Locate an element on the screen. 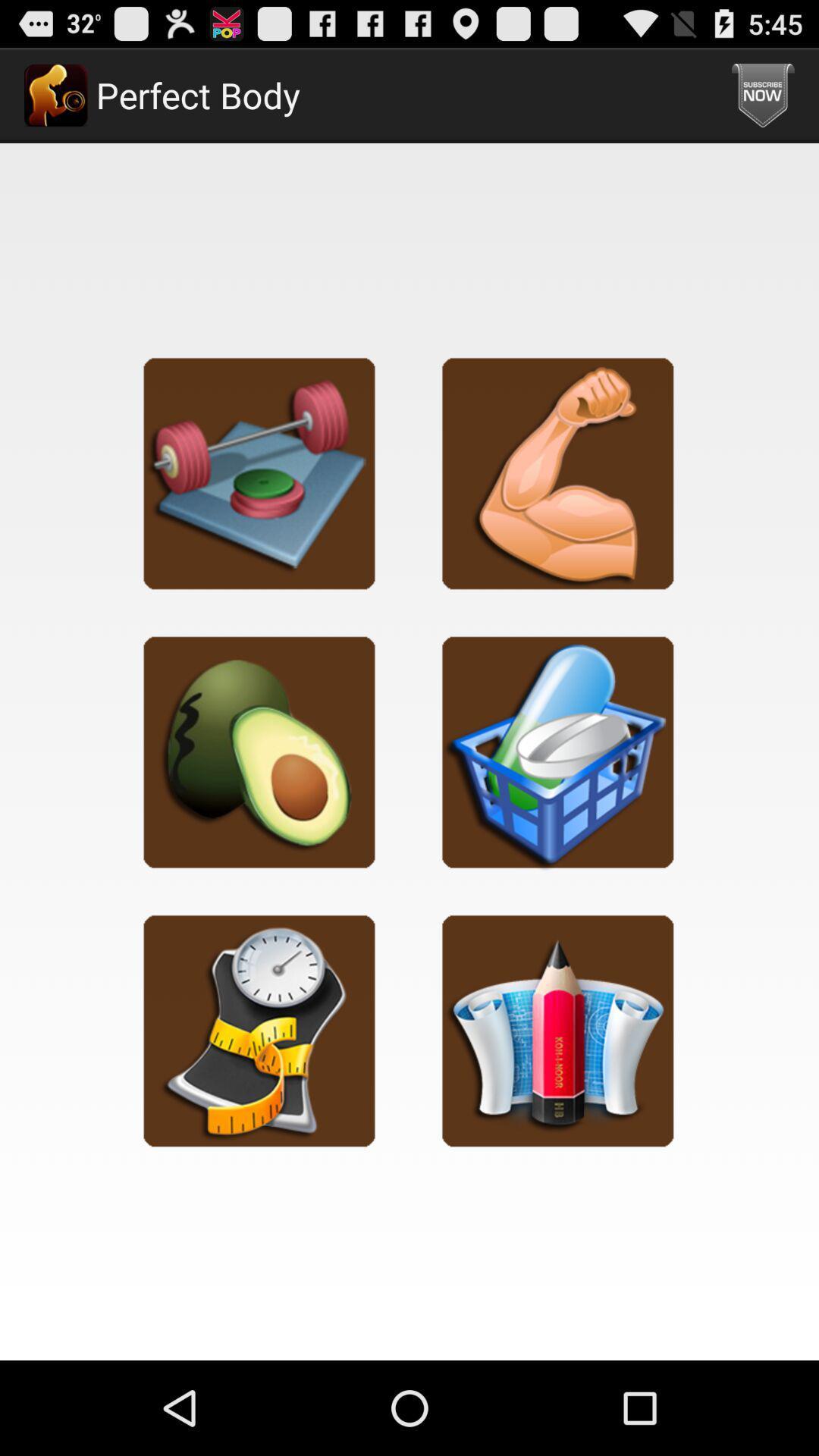  weight lifting is located at coordinates (259, 472).